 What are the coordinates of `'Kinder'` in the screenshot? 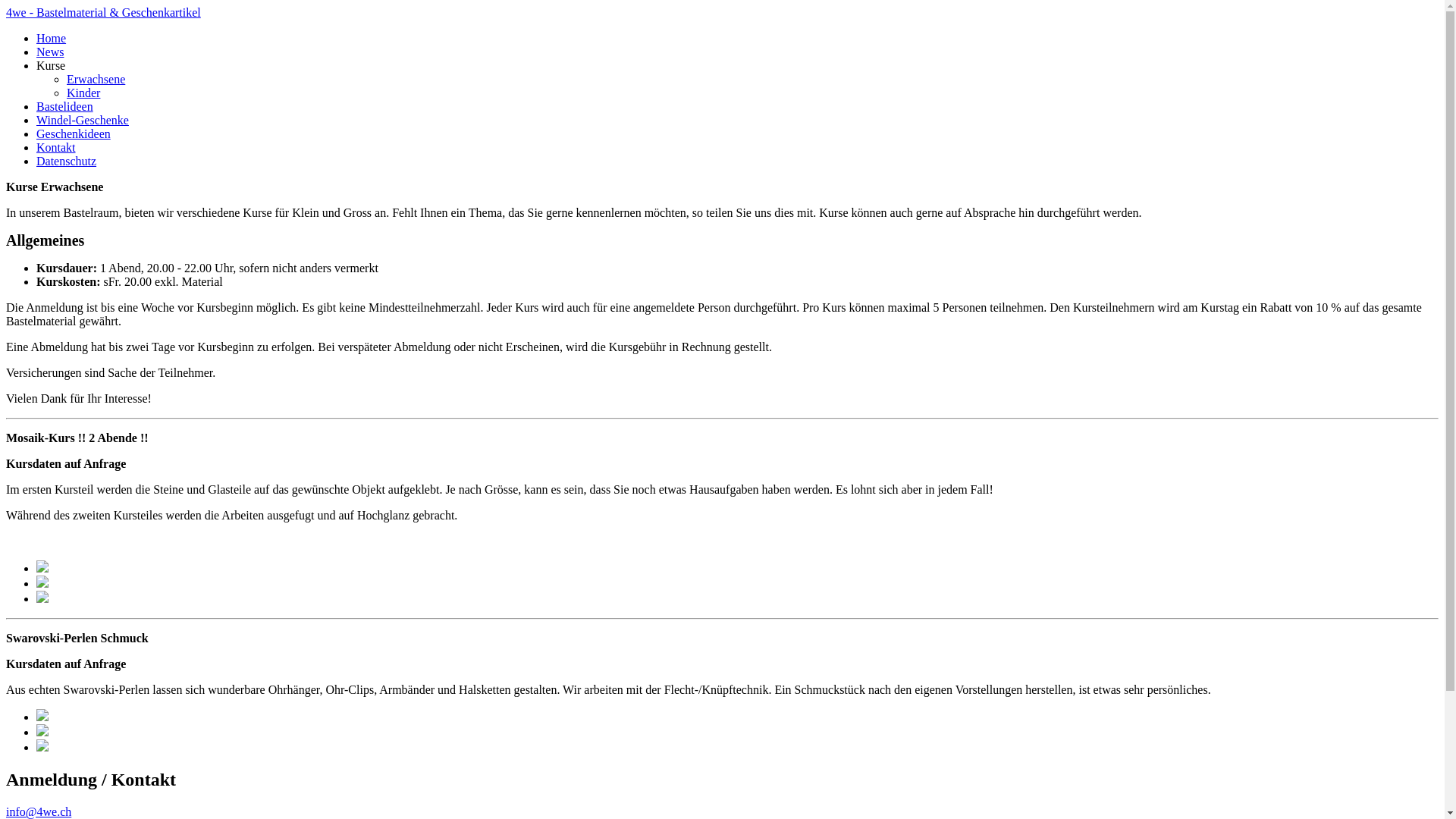 It's located at (65, 93).